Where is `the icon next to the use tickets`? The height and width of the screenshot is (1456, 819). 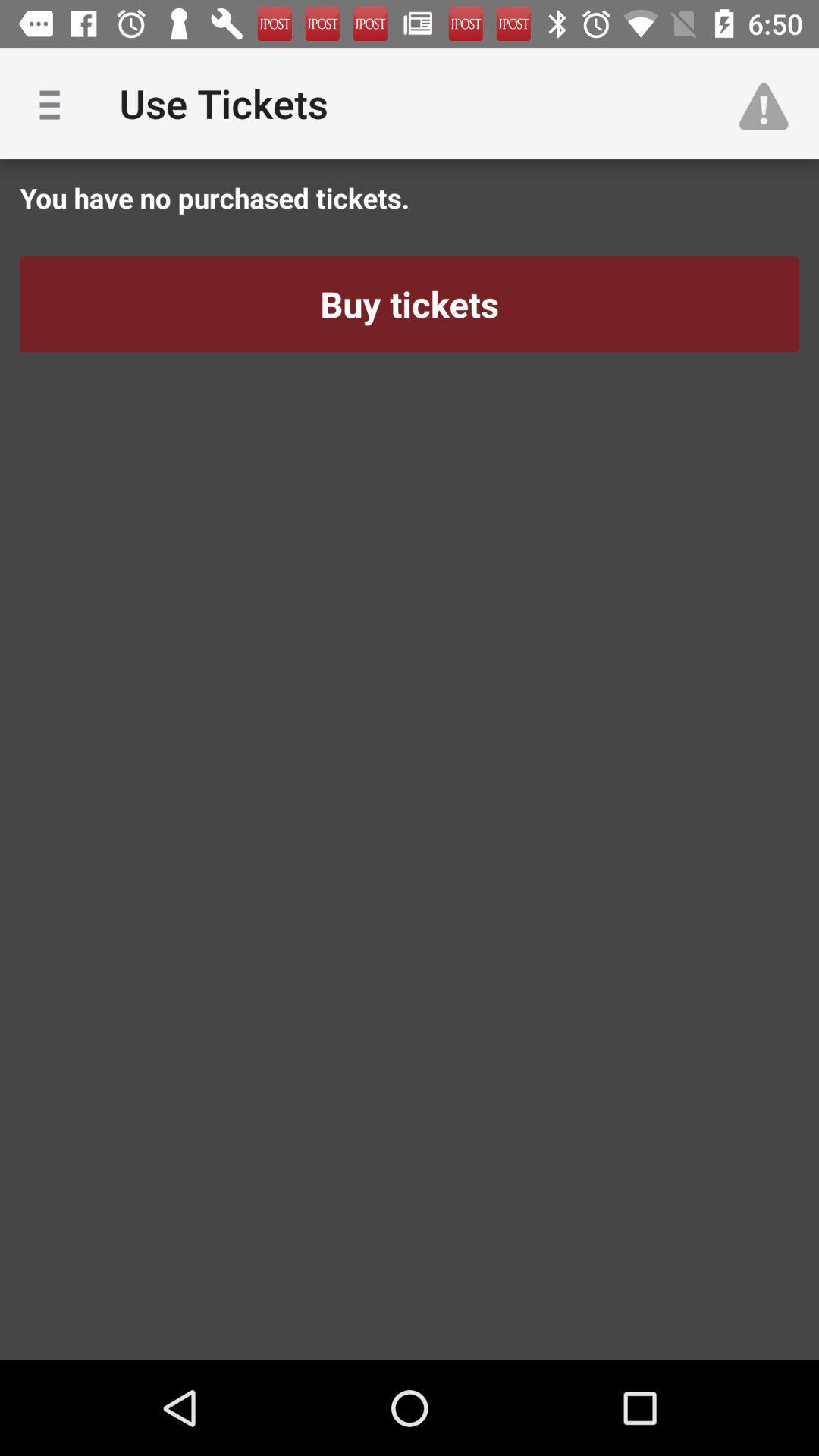 the icon next to the use tickets is located at coordinates (55, 102).